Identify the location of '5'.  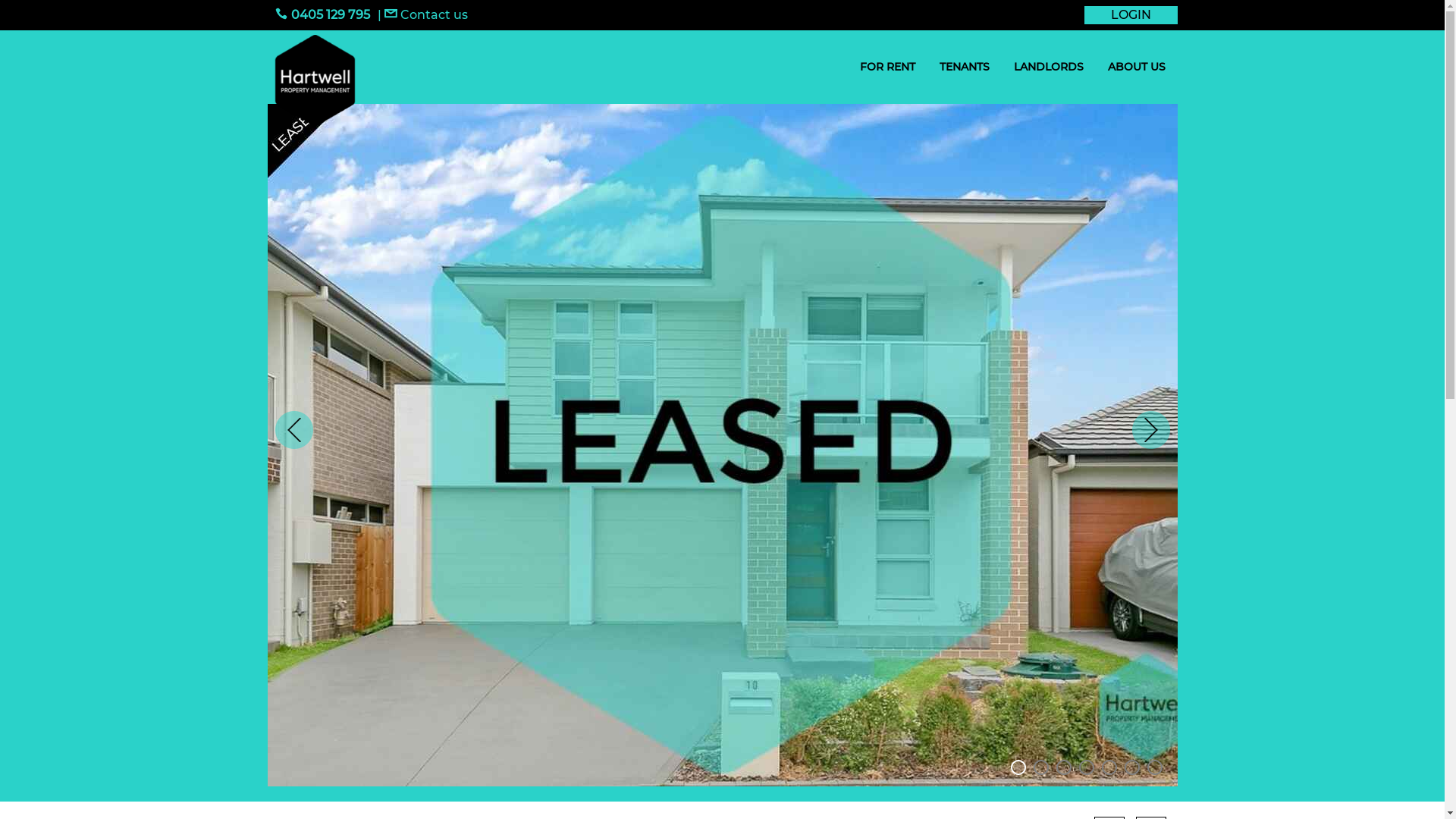
(1109, 767).